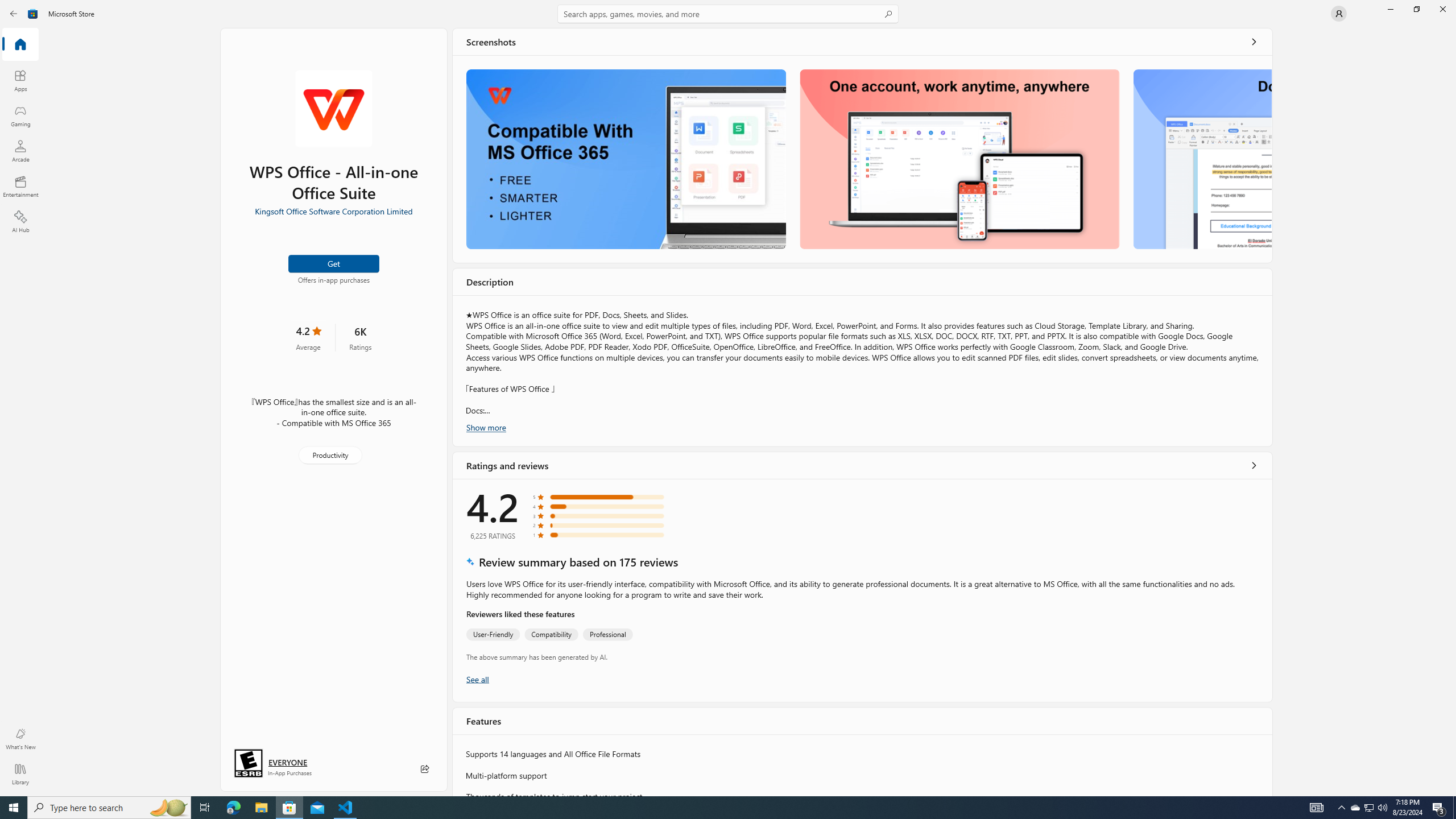 The width and height of the screenshot is (1456, 819). Describe the element at coordinates (959, 159) in the screenshot. I see `'Screenshot 2'` at that location.